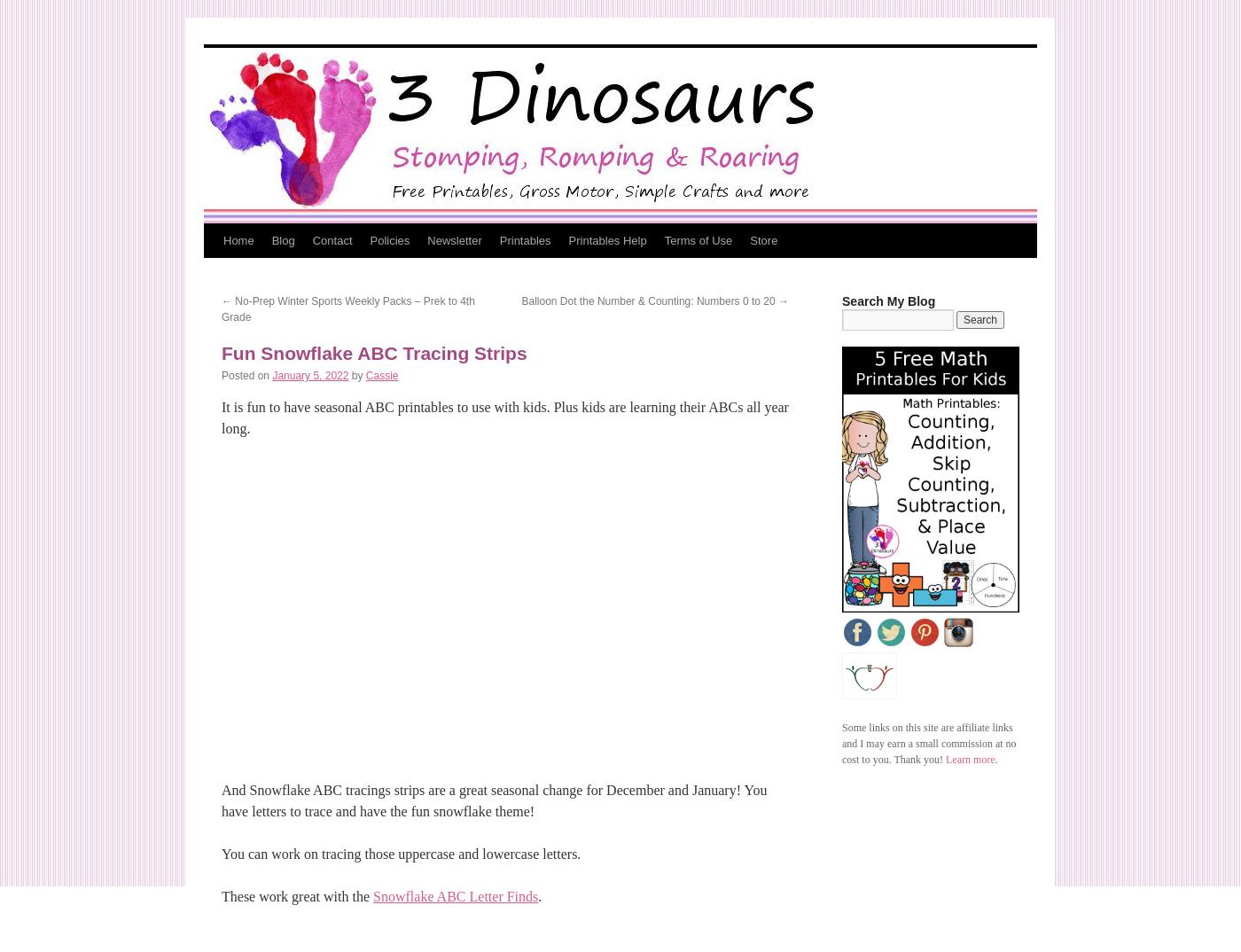 Image resolution: width=1241 pixels, height=952 pixels. What do you see at coordinates (970, 760) in the screenshot?
I see `'Learn more'` at bounding box center [970, 760].